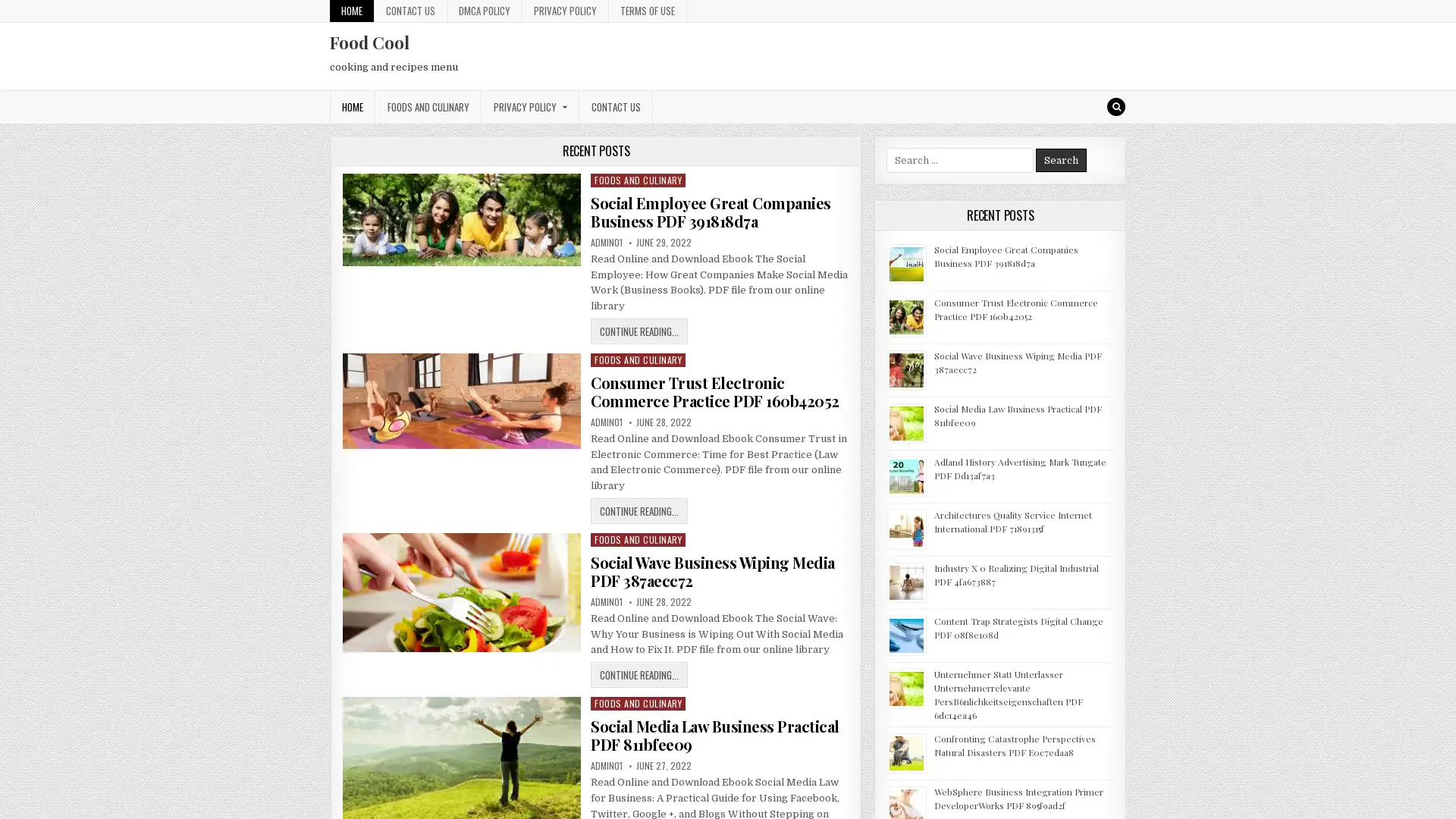  I want to click on Search, so click(1060, 160).